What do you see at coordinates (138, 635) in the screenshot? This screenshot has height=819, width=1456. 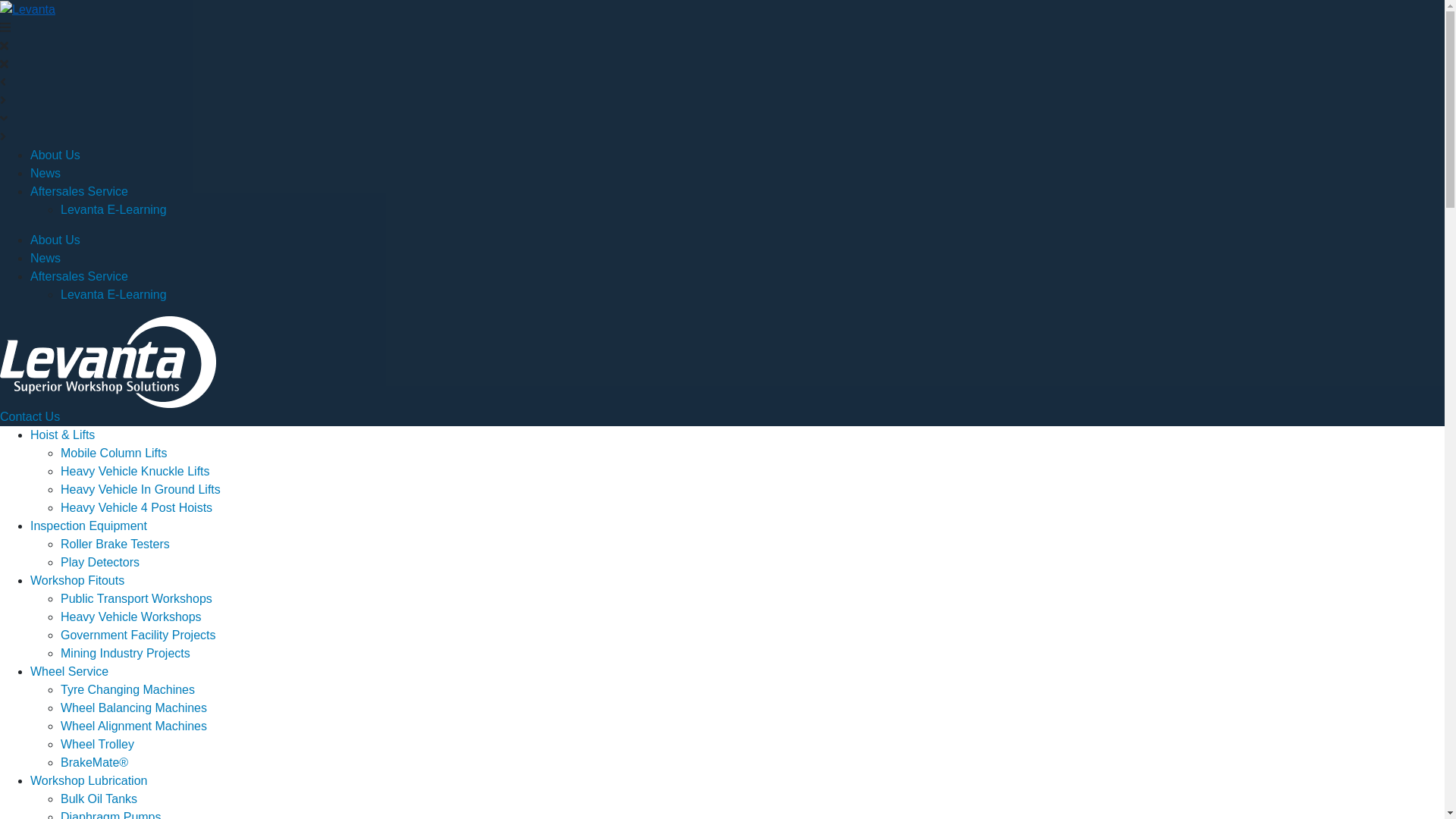 I see `'Government Facility Projects'` at bounding box center [138, 635].